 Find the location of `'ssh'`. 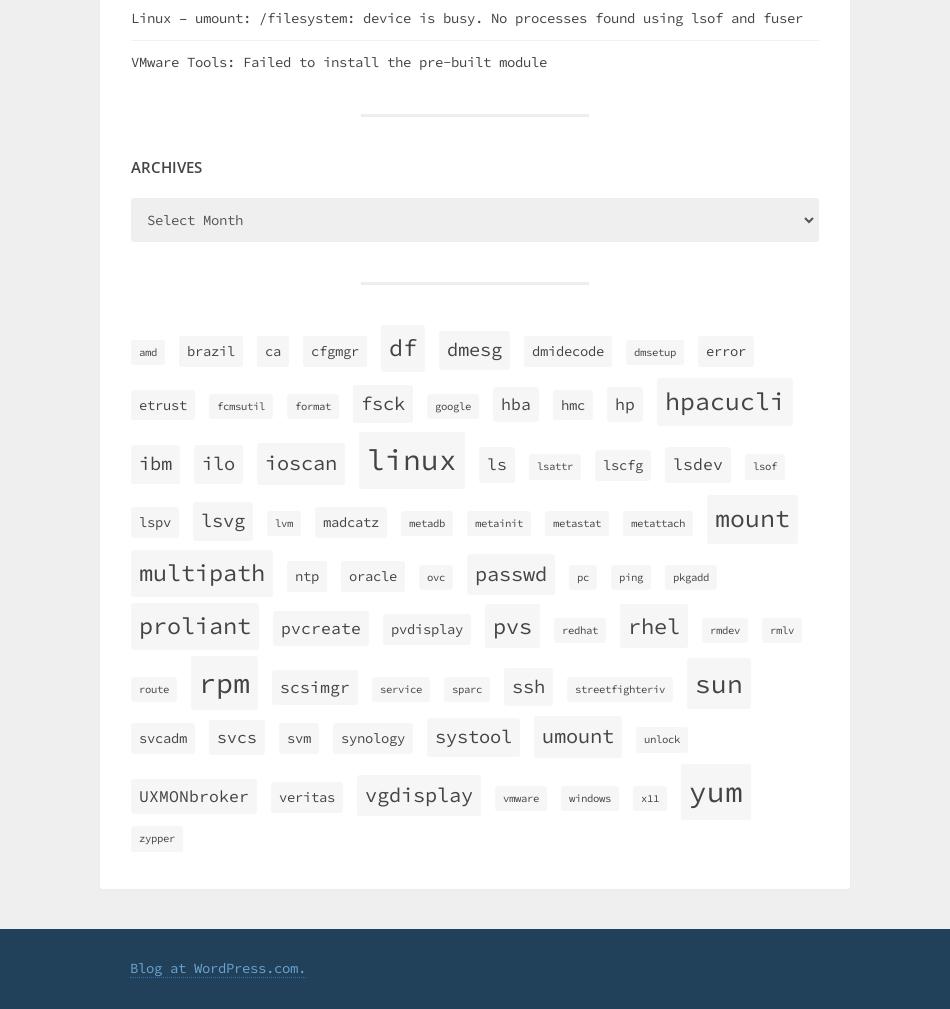

'ssh' is located at coordinates (528, 685).